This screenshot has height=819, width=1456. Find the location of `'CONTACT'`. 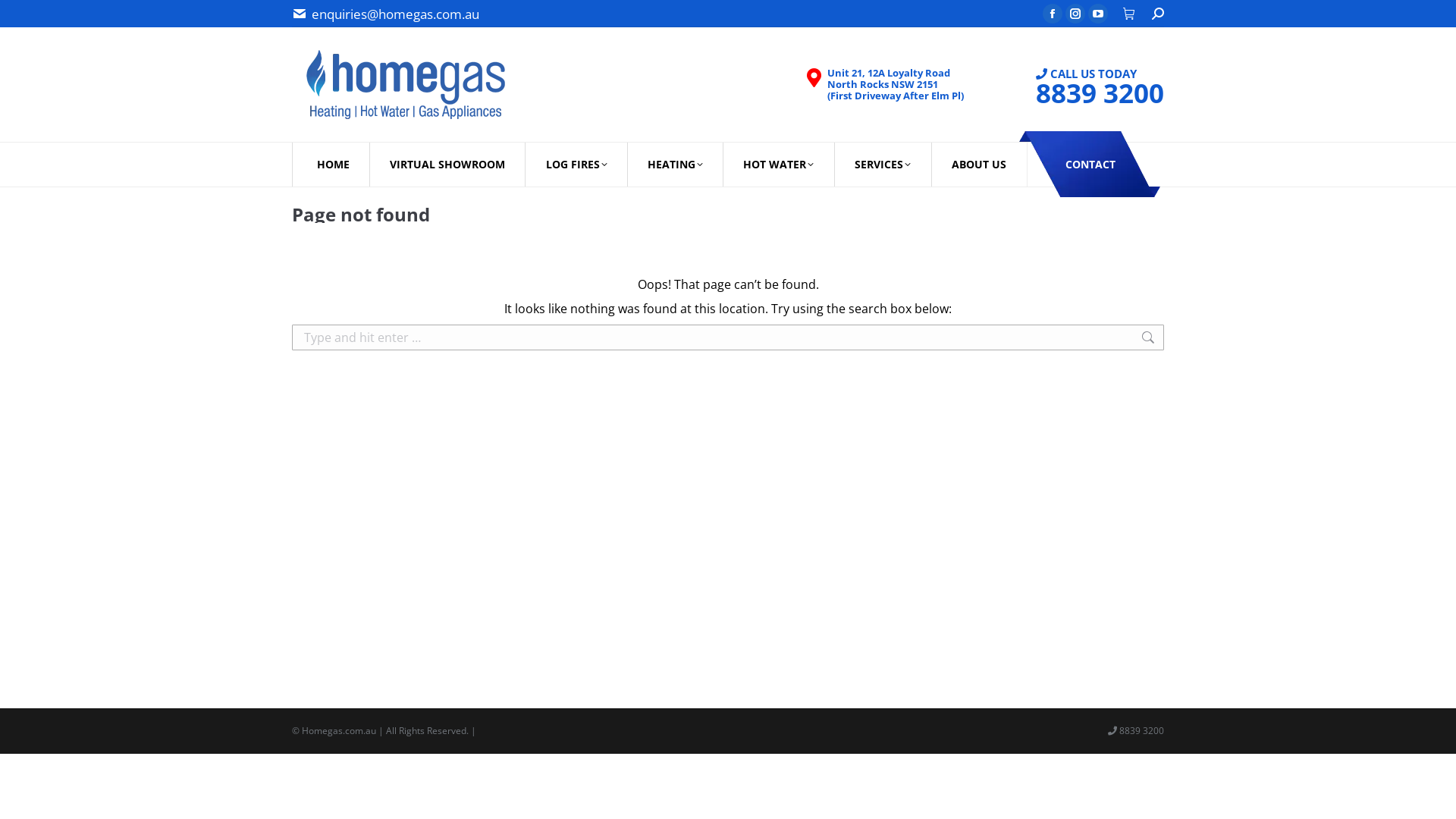

'CONTACT' is located at coordinates (1089, 164).